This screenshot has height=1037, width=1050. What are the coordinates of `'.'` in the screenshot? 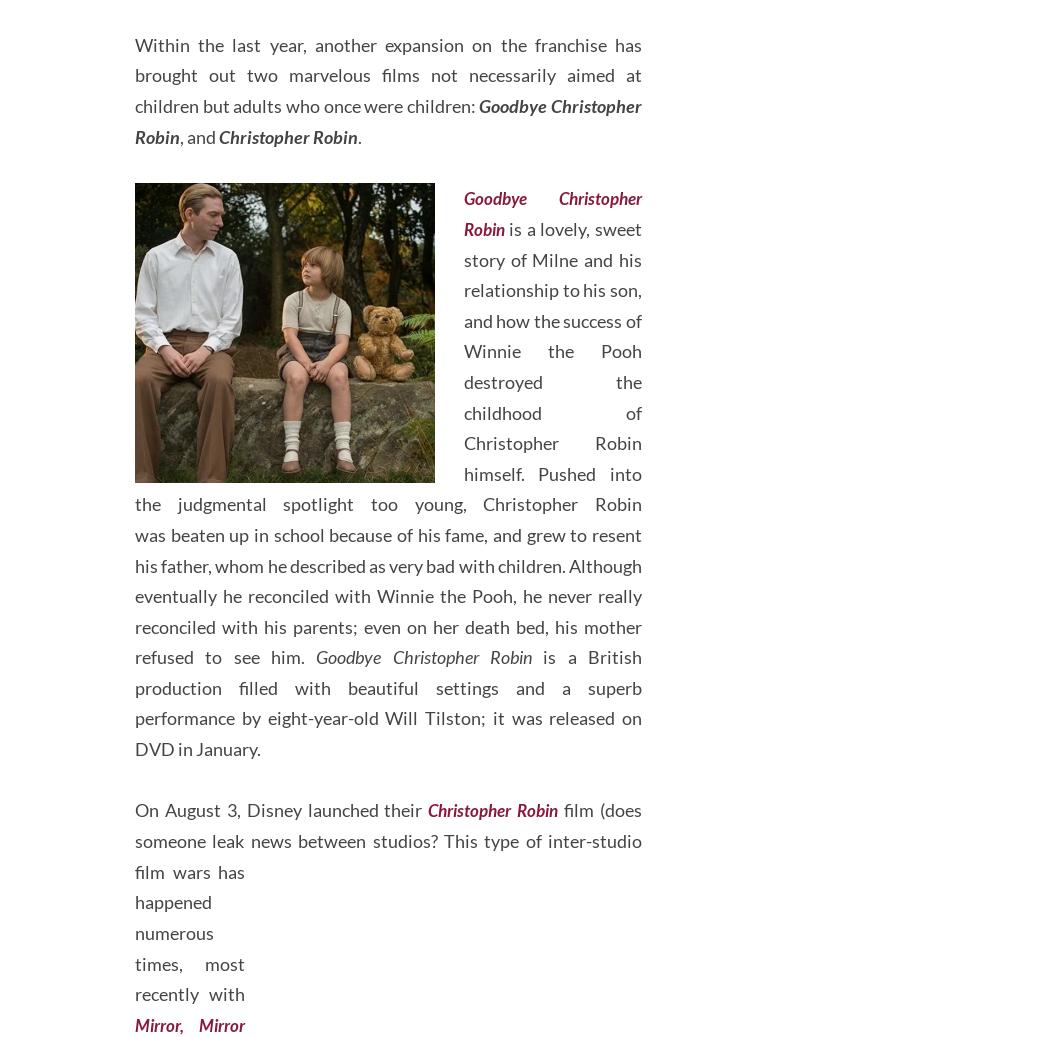 It's located at (359, 210).